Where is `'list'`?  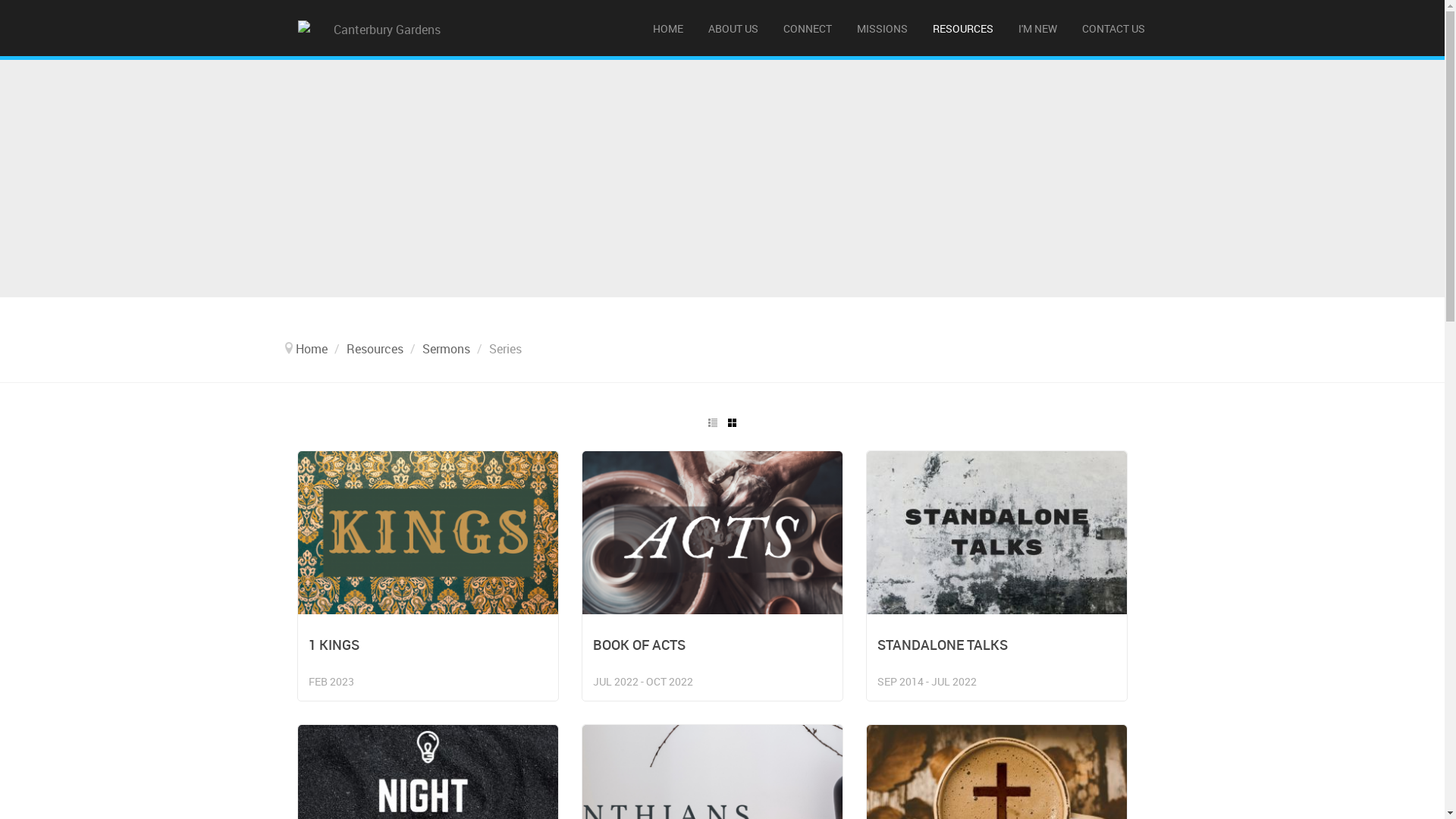
'list' is located at coordinates (711, 422).